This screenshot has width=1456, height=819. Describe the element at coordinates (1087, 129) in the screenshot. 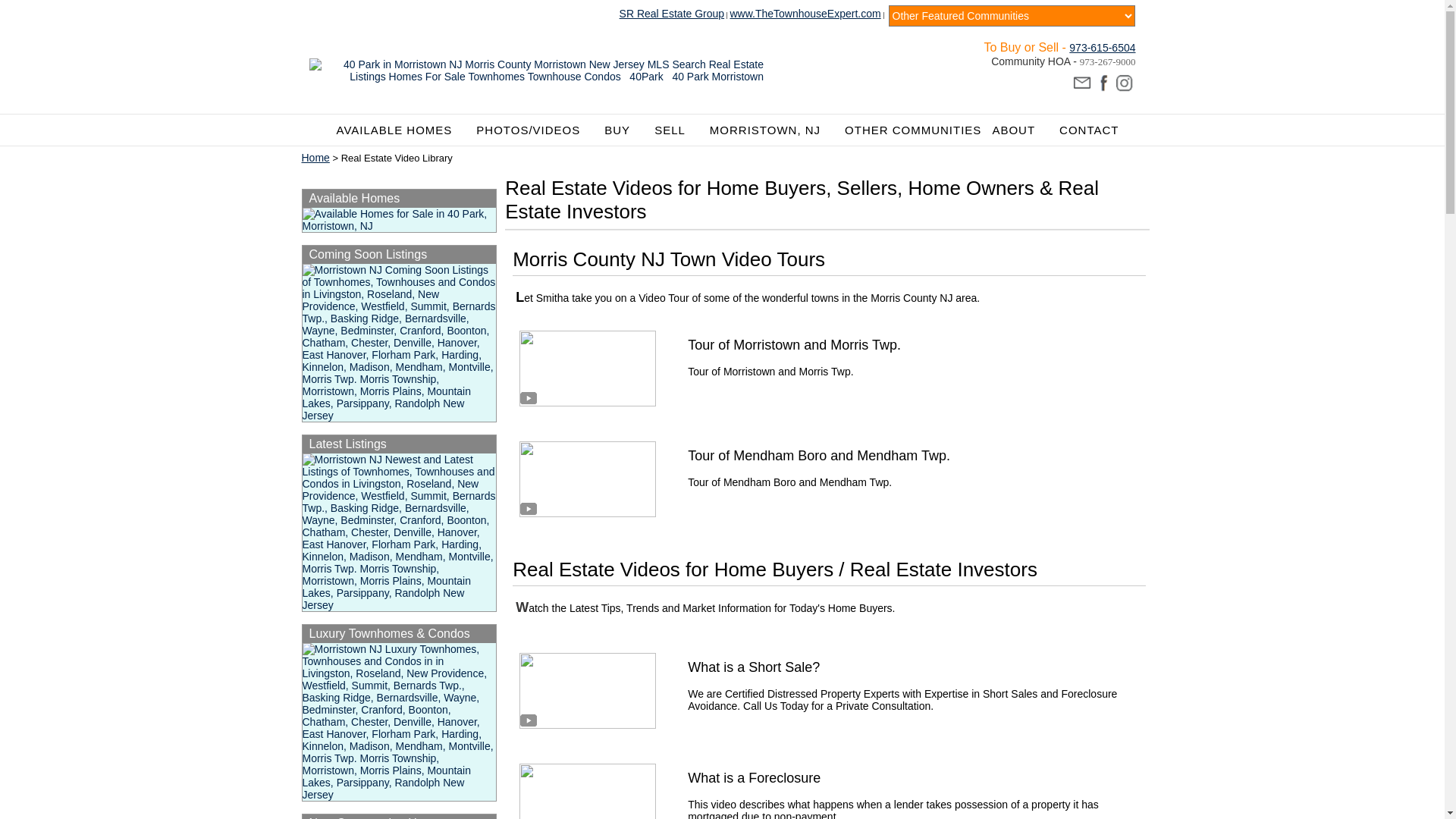

I see `'CONTACT'` at that location.